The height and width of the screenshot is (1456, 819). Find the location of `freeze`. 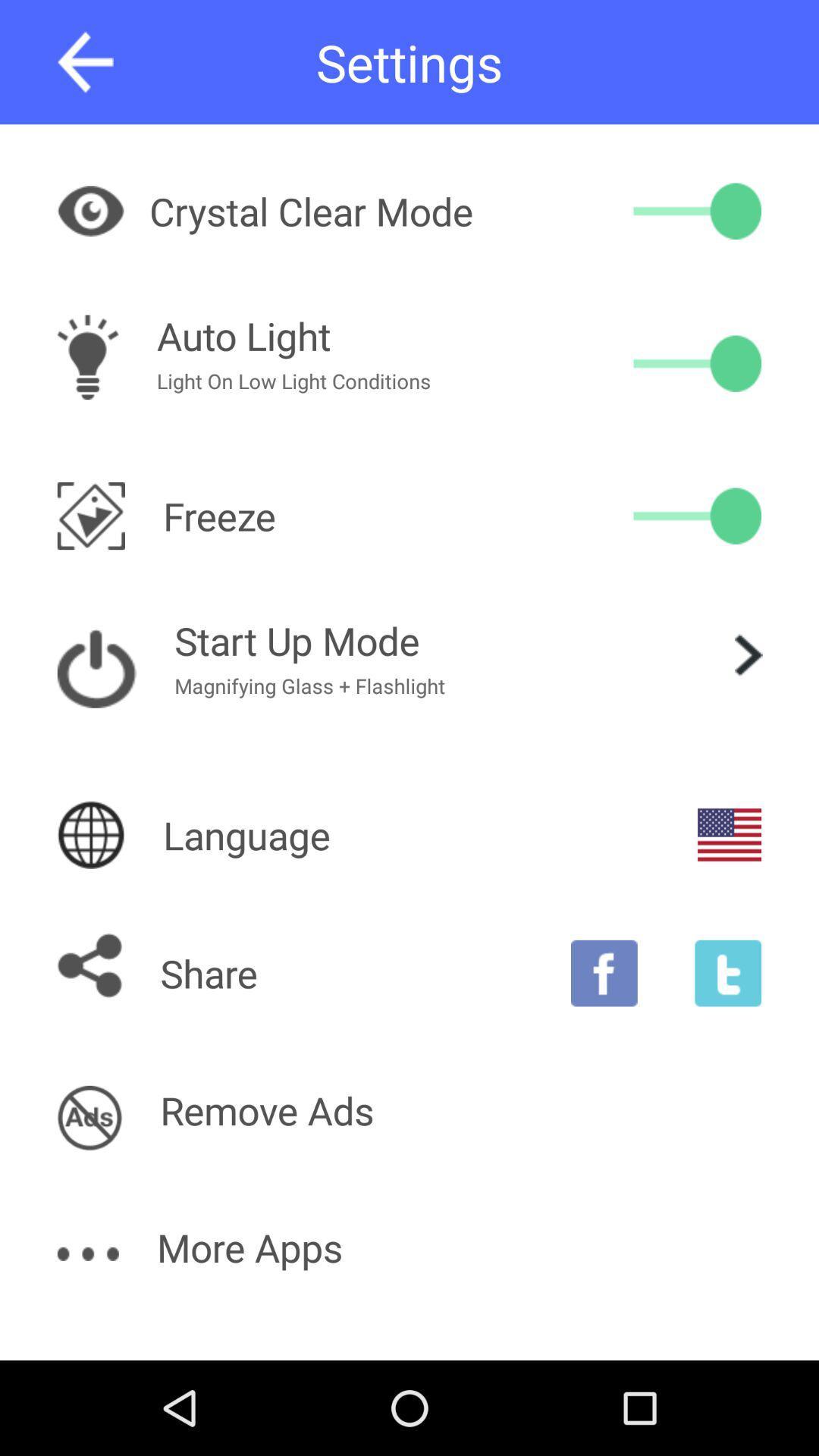

freeze is located at coordinates (697, 516).